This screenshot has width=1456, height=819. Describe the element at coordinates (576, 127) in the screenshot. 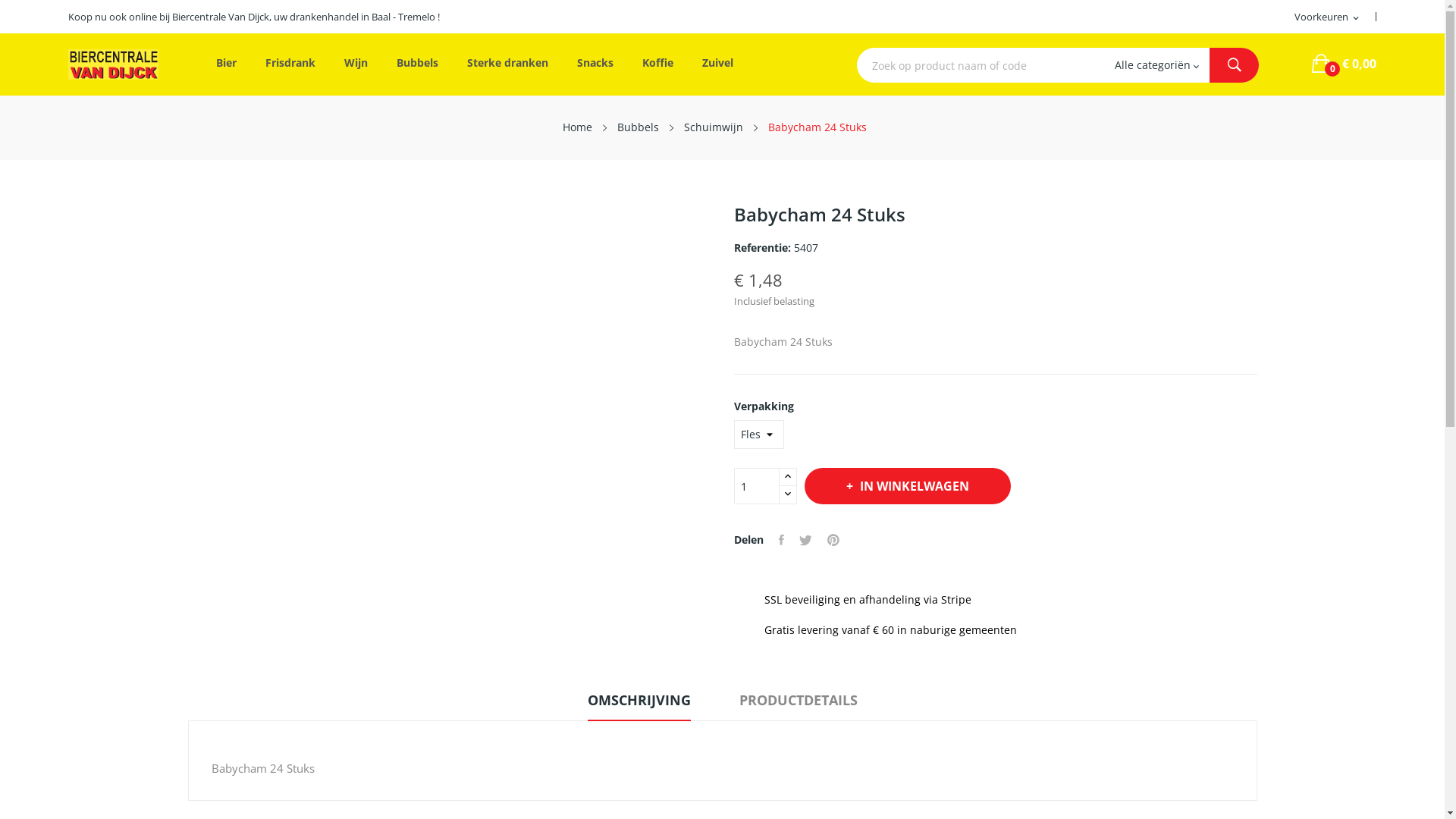

I see `'Home'` at that location.